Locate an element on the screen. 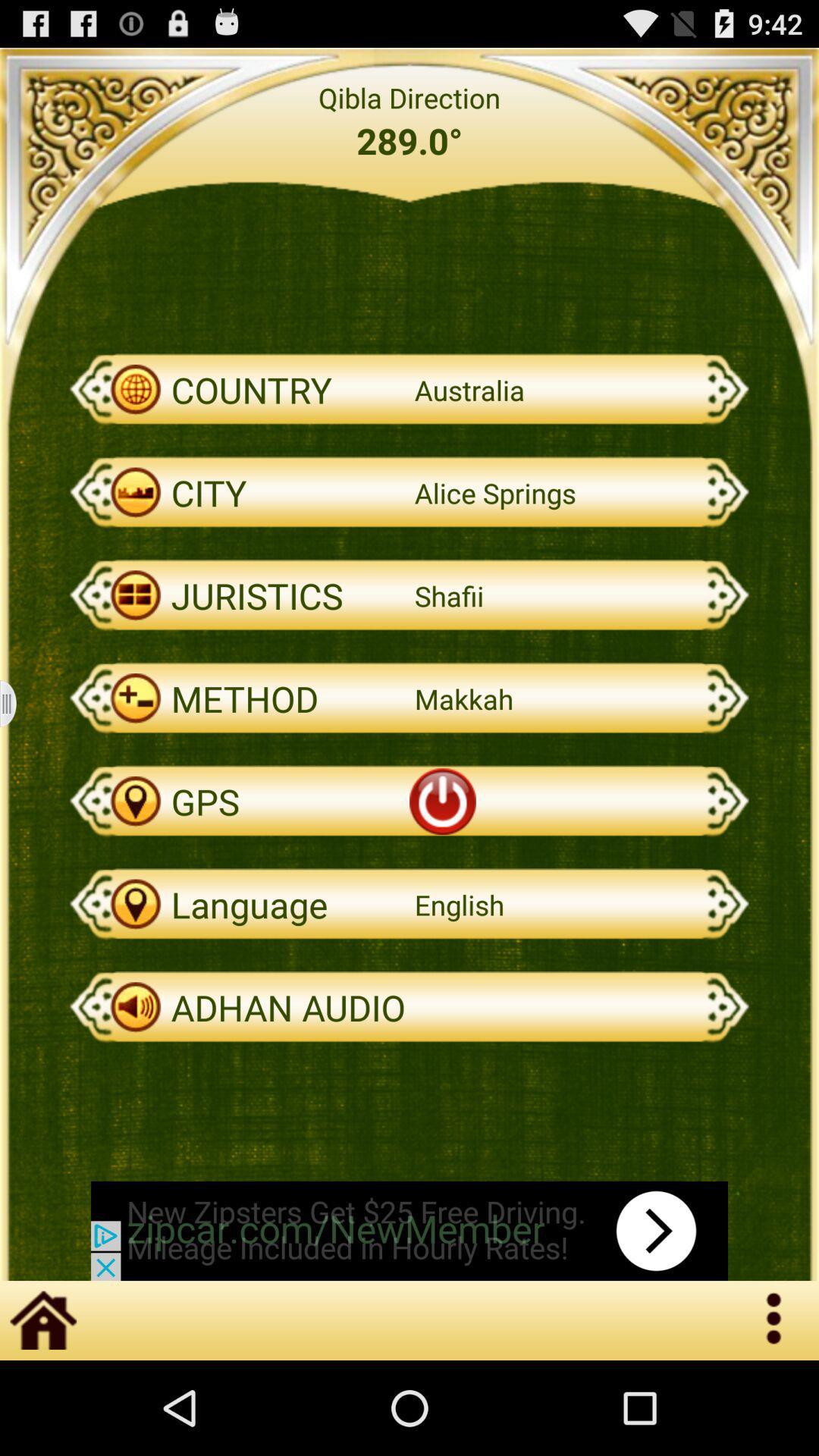 Image resolution: width=819 pixels, height=1456 pixels. the city alice springs is located at coordinates (409, 492).